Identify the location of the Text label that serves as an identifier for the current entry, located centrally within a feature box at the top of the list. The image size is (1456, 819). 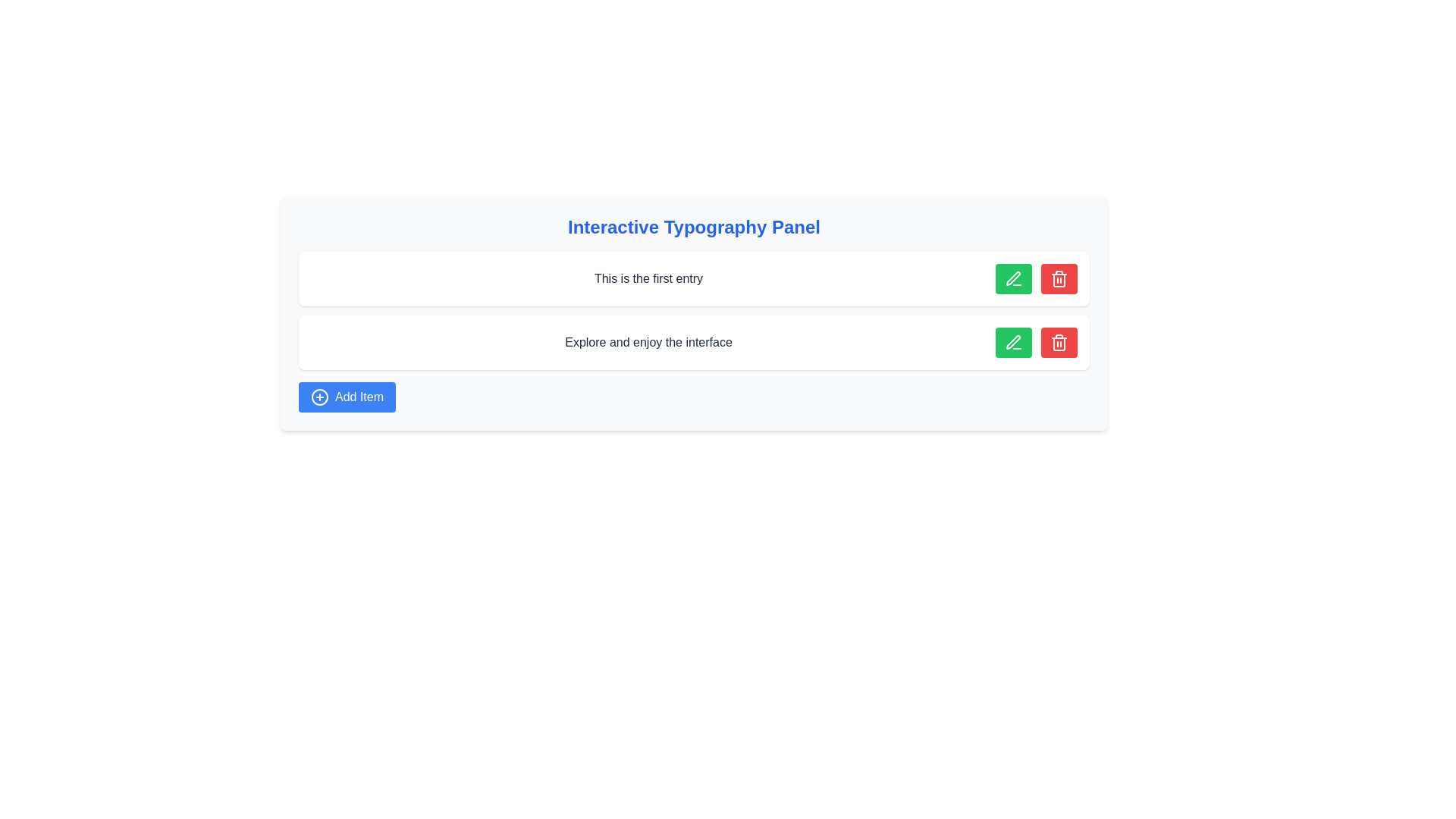
(648, 278).